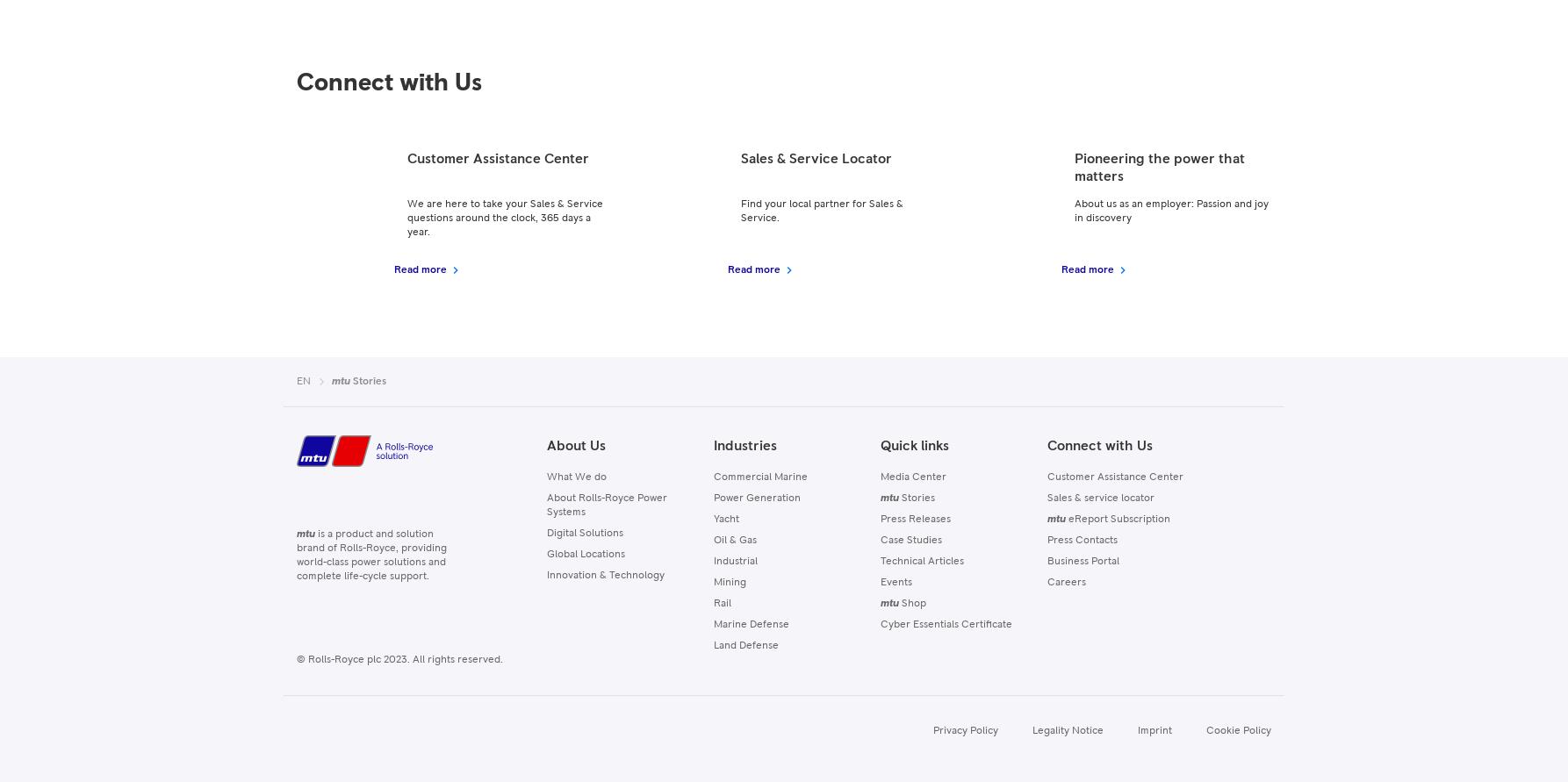 Image resolution: width=1568 pixels, height=782 pixels. Describe the element at coordinates (606, 506) in the screenshot. I see `'About Rolls-Royce Power Systems'` at that location.